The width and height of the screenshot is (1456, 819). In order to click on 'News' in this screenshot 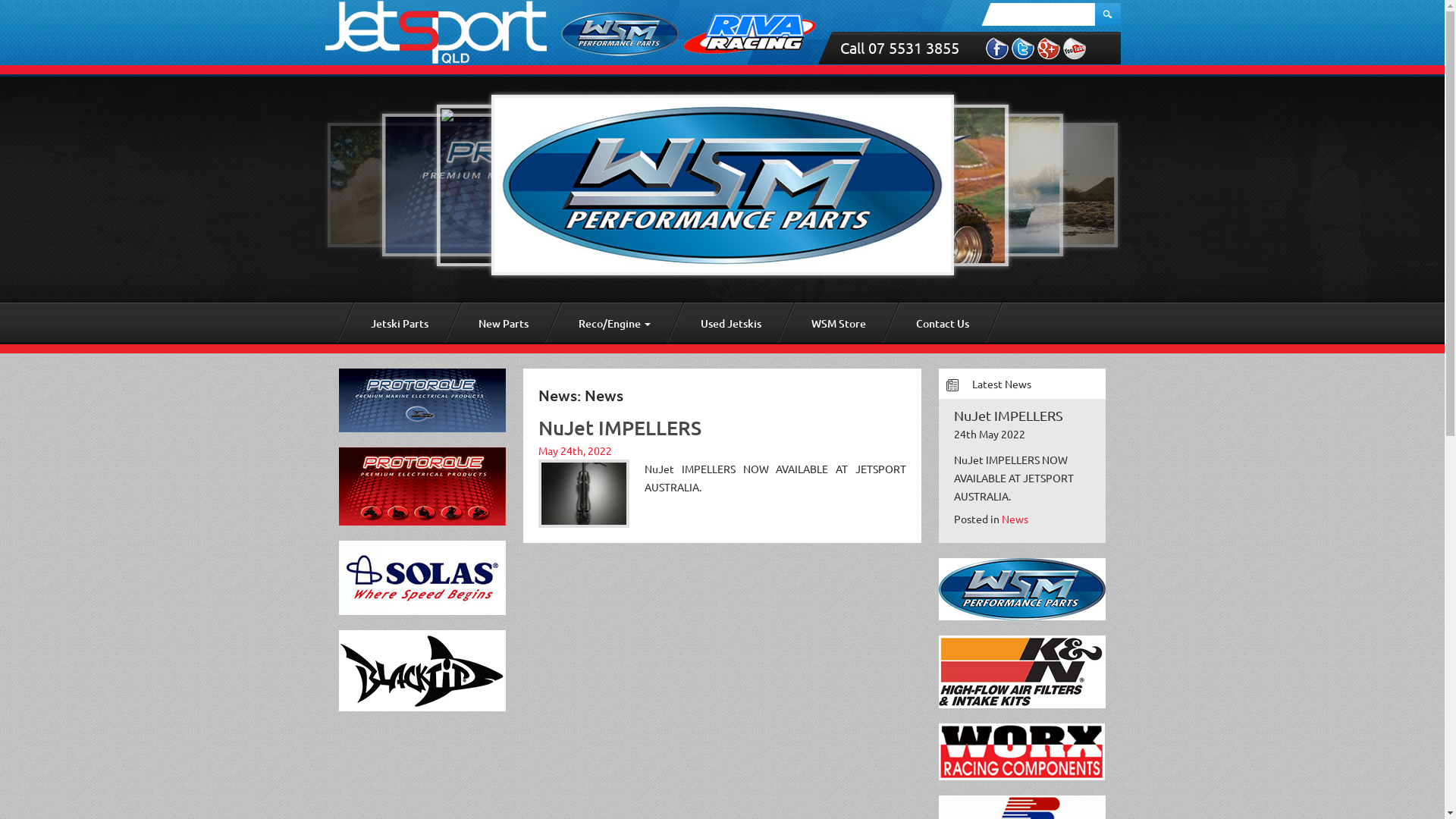, I will do `click(1015, 517)`.